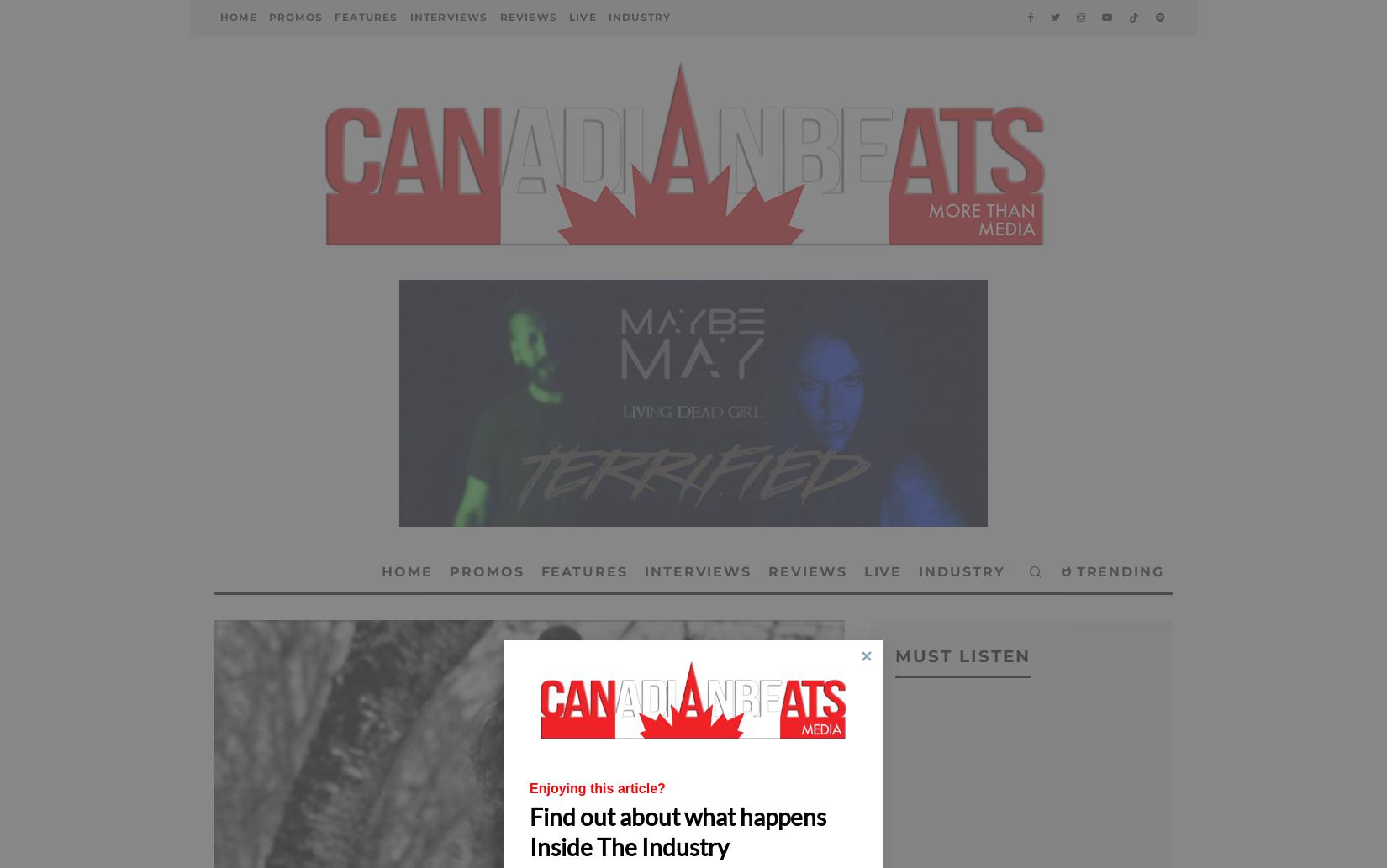 This screenshot has width=1387, height=868. What do you see at coordinates (587, 121) in the screenshot?
I see `'Shows'` at bounding box center [587, 121].